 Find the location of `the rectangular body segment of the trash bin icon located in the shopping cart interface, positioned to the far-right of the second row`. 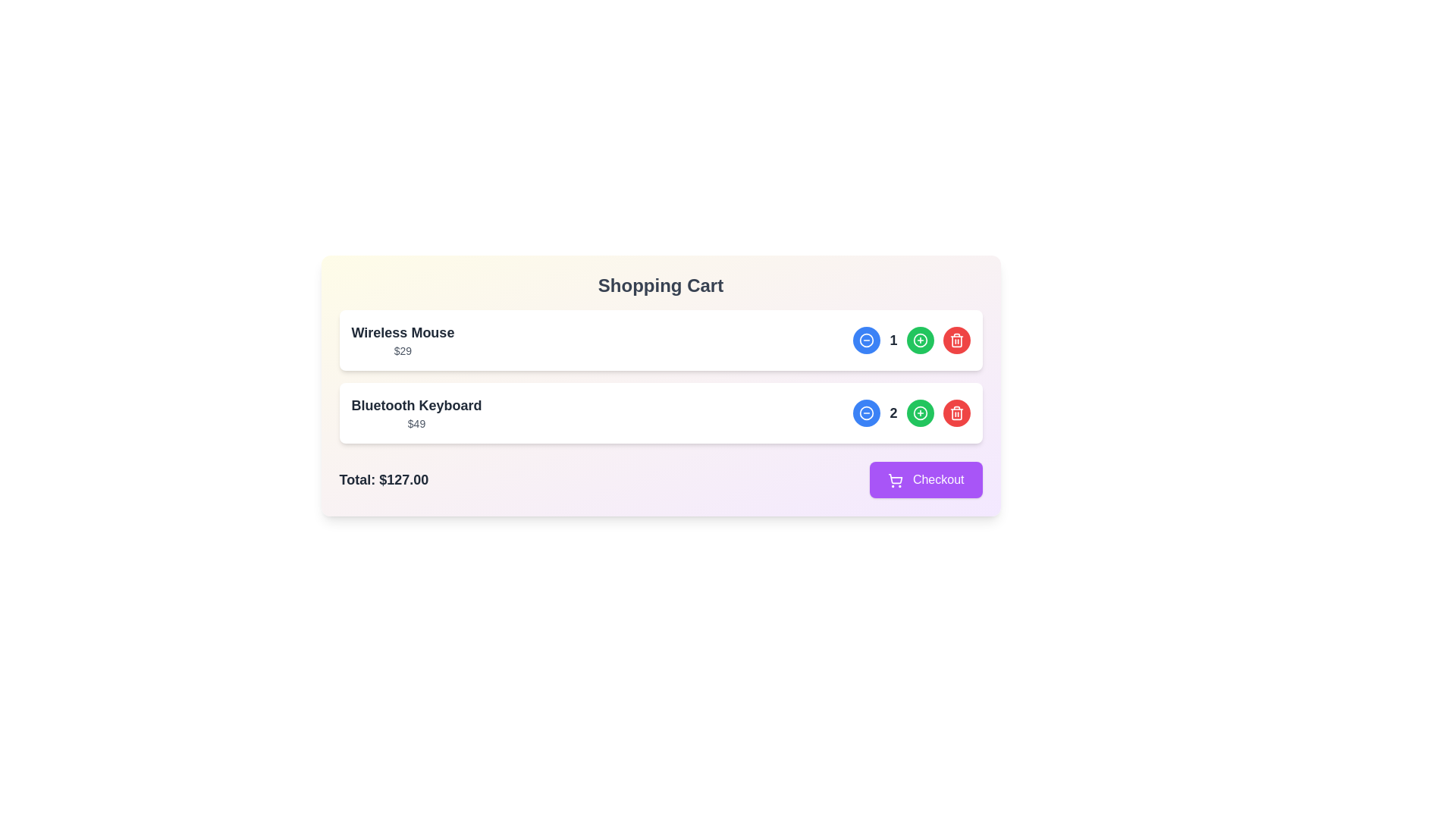

the rectangular body segment of the trash bin icon located in the shopping cart interface, positioned to the far-right of the second row is located at coordinates (955, 414).